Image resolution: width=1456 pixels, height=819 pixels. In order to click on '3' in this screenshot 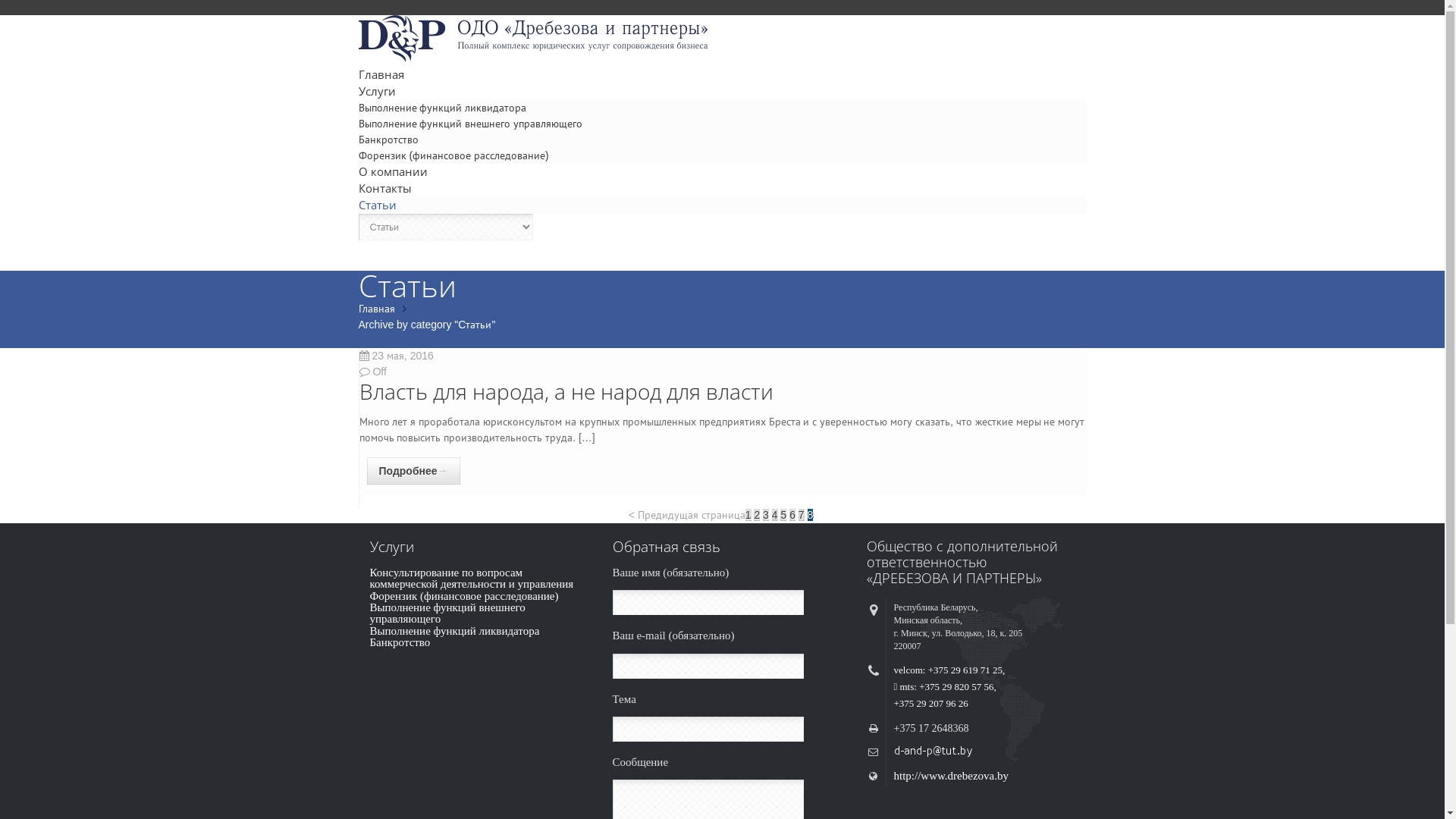, I will do `click(763, 513)`.